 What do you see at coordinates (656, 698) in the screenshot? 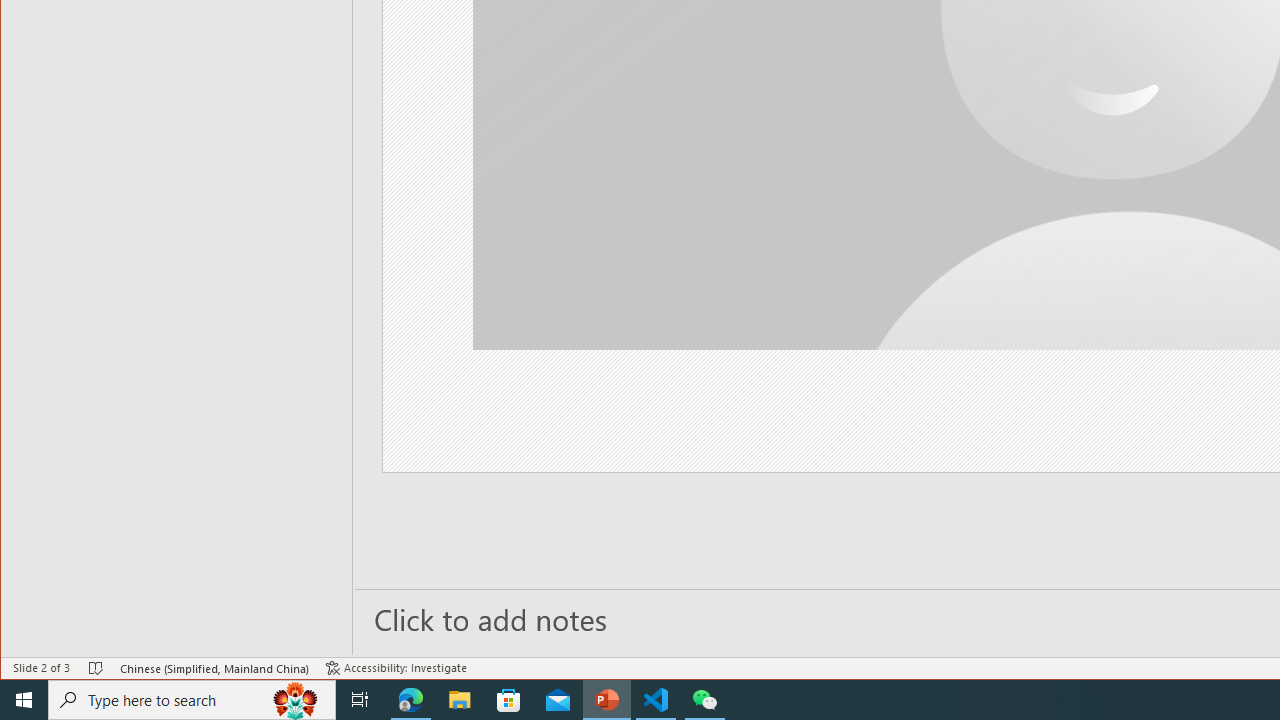
I see `'Visual Studio Code - 1 running window'` at bounding box center [656, 698].